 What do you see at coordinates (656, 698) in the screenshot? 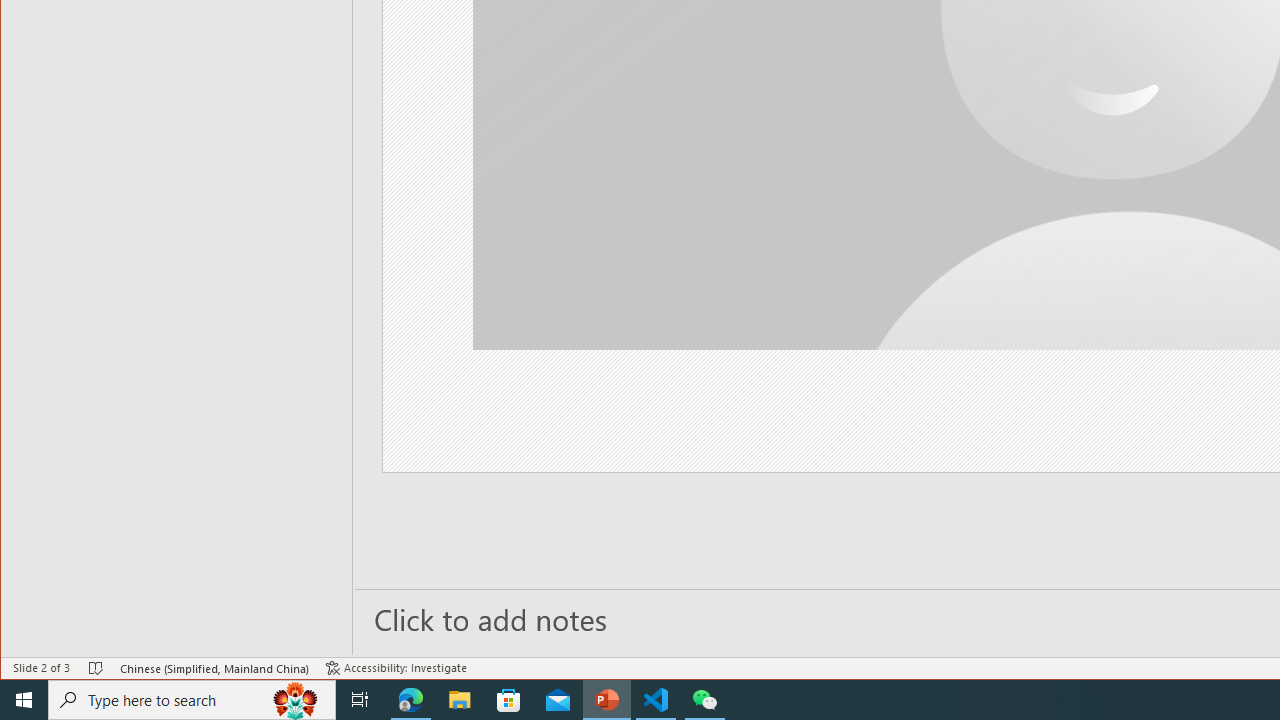
I see `'Visual Studio Code - 1 running window'` at bounding box center [656, 698].